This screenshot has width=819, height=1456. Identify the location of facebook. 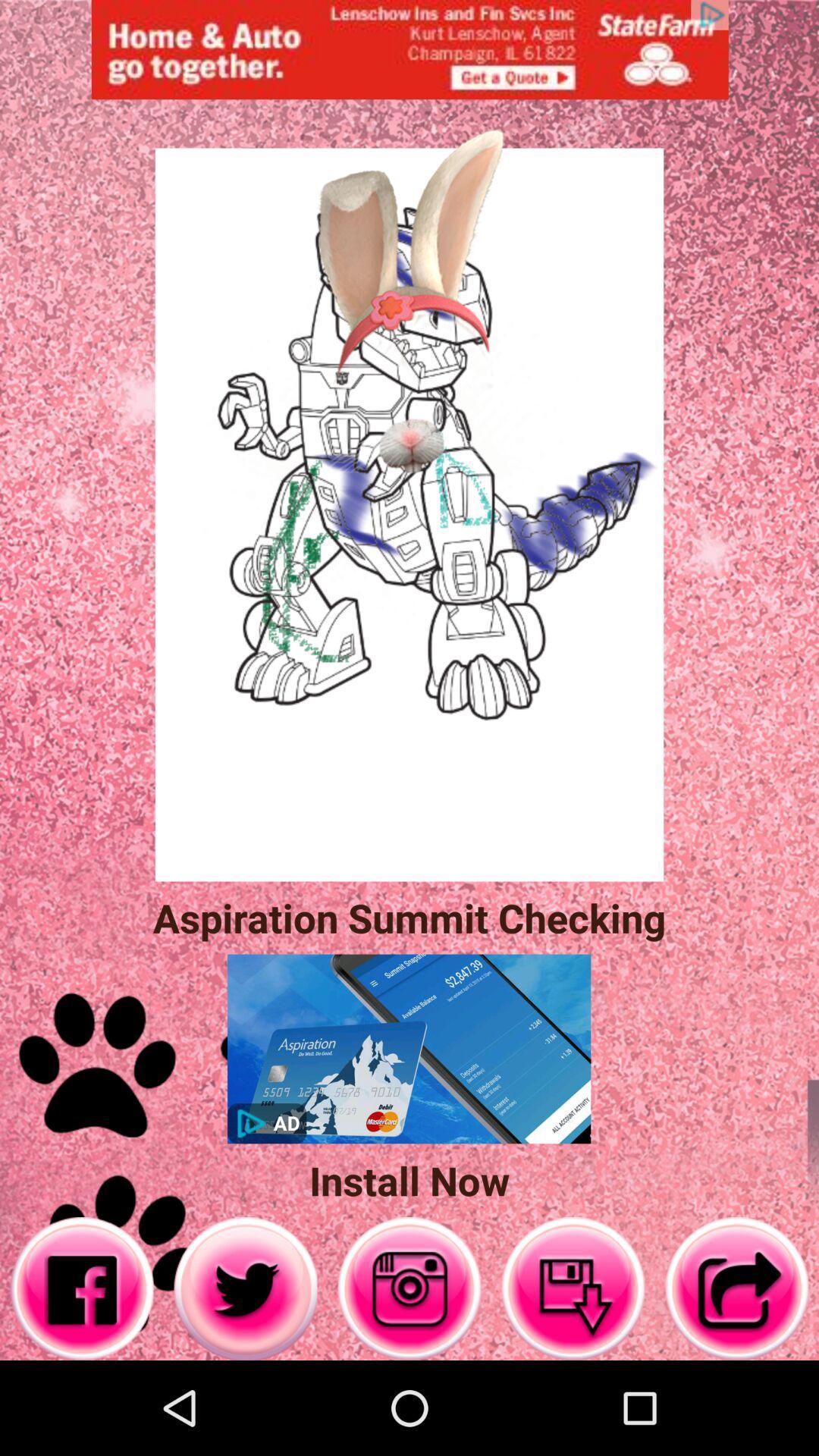
(82, 1288).